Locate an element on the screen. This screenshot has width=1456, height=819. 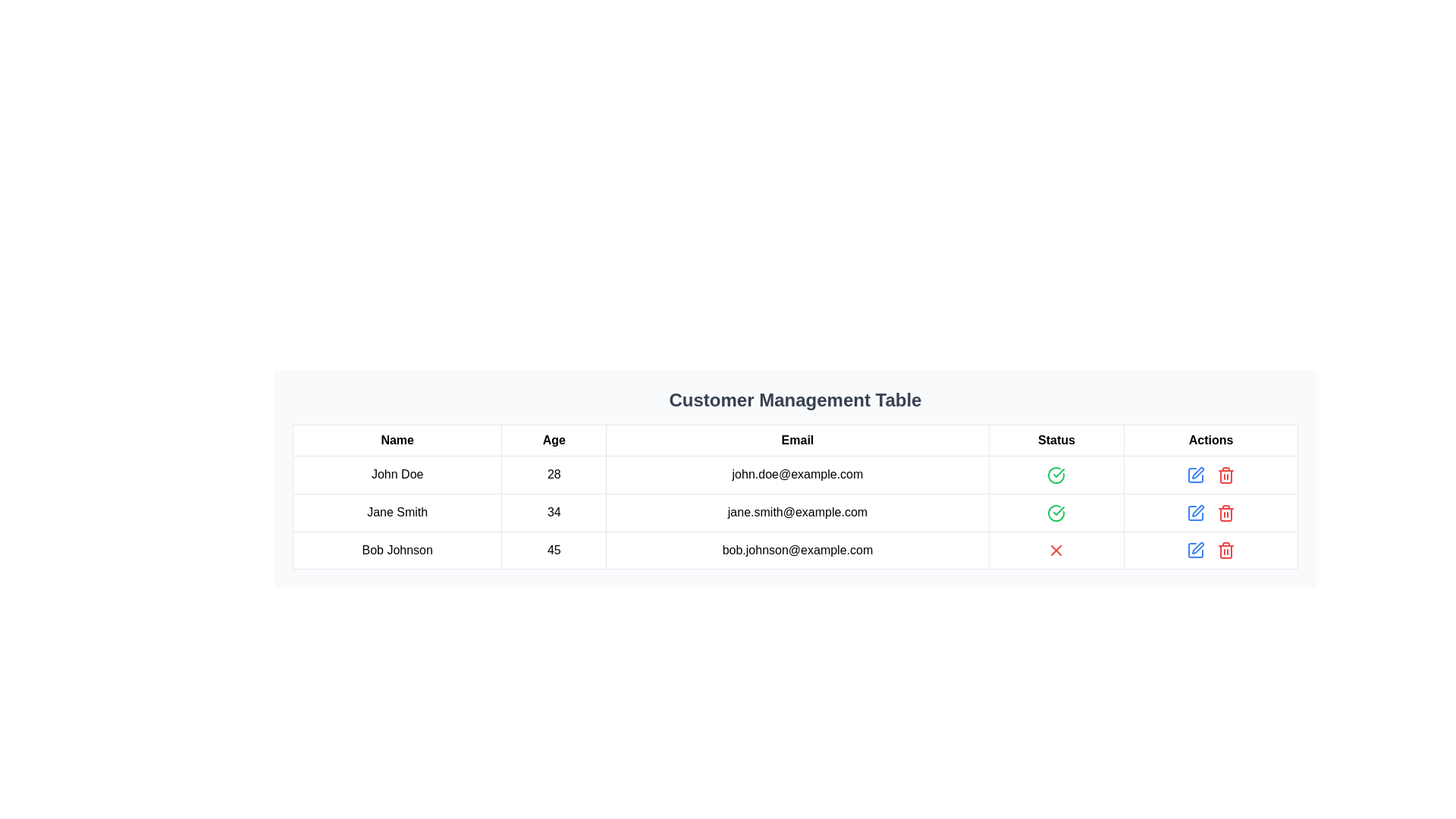
the fifth and rightmost column header in the table, which categorizes or labels the column below is located at coordinates (1210, 441).